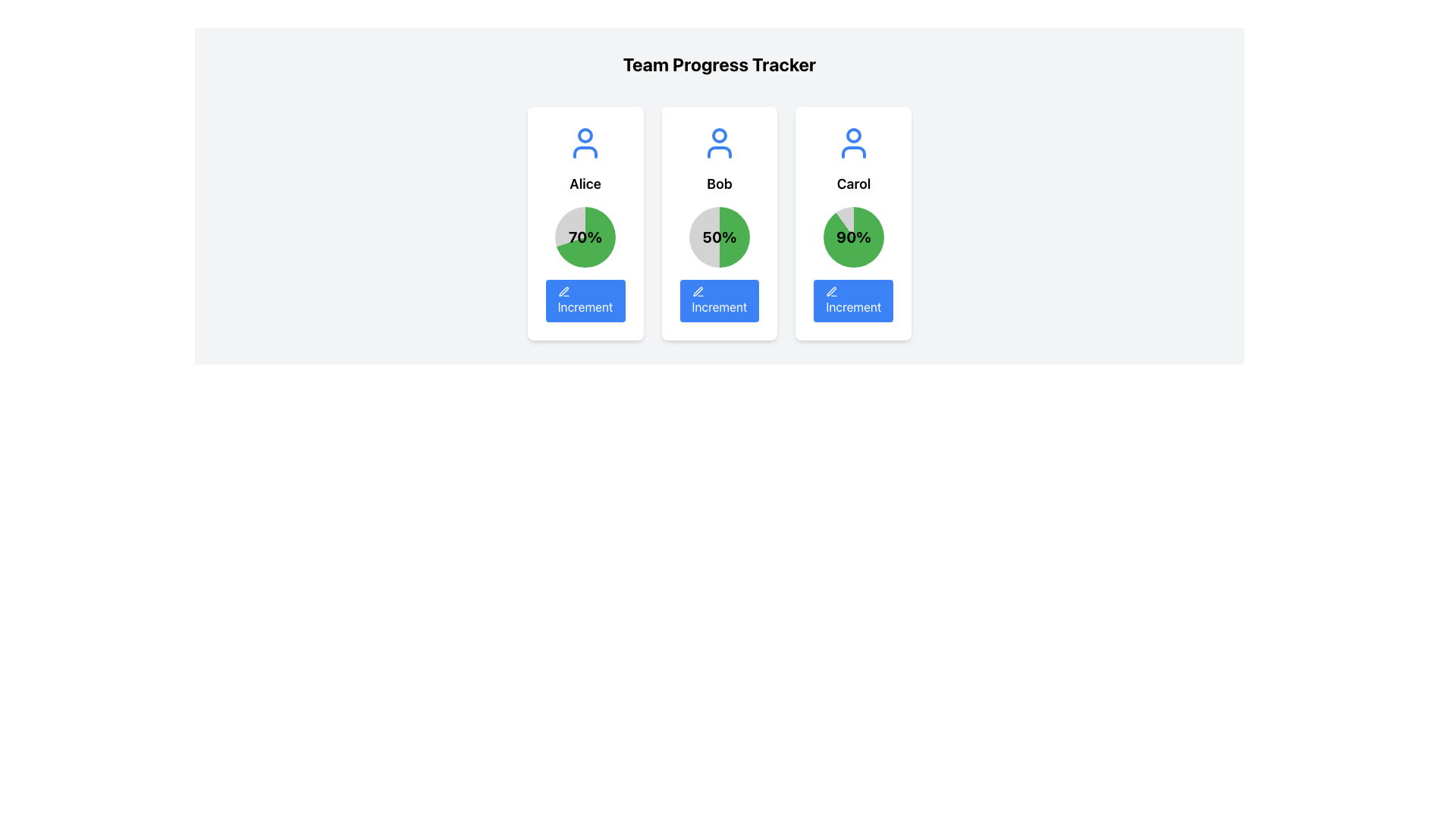 The height and width of the screenshot is (819, 1456). What do you see at coordinates (563, 292) in the screenshot?
I see `the small blue pen icon representing the edit option, located under the progress circle labeled '70%' within the lower section of the leftmost increment button` at bounding box center [563, 292].